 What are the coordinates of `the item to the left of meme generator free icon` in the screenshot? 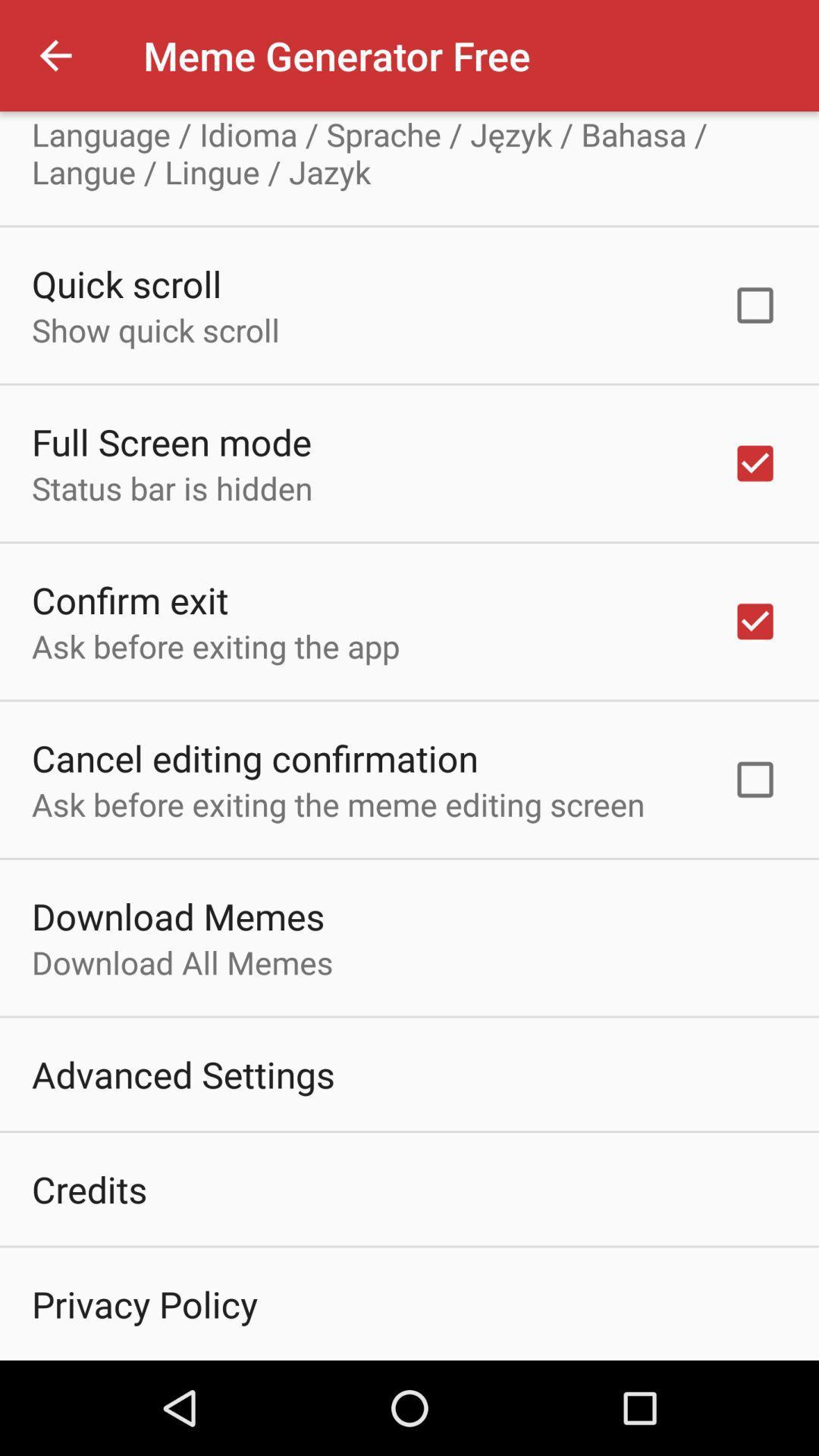 It's located at (55, 55).